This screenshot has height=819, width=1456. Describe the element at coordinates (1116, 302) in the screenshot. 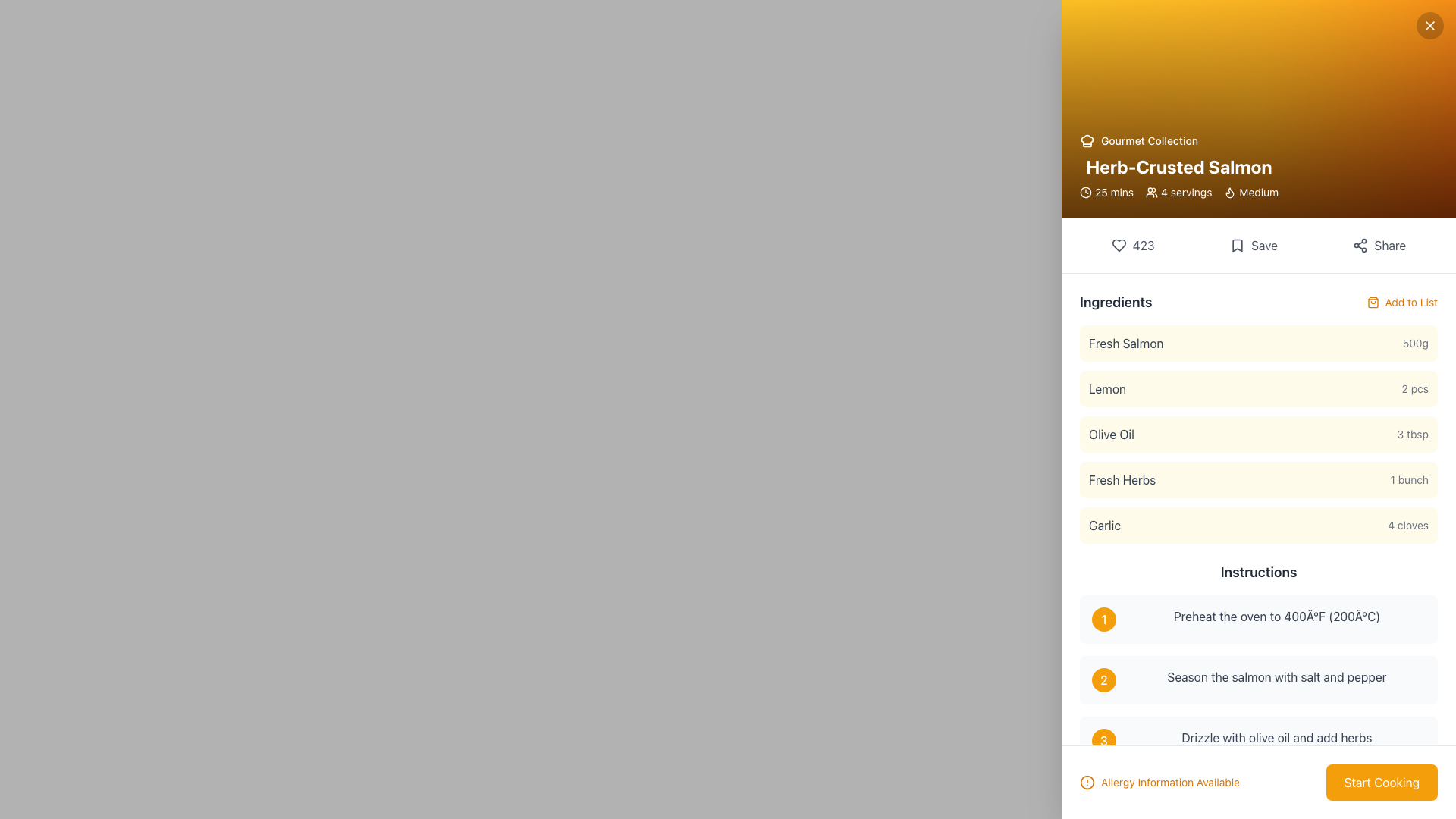

I see `the section title or header that indicates the beginning of the ingredients list for a recipe, located in the top left region of the section under the recipe information` at that location.